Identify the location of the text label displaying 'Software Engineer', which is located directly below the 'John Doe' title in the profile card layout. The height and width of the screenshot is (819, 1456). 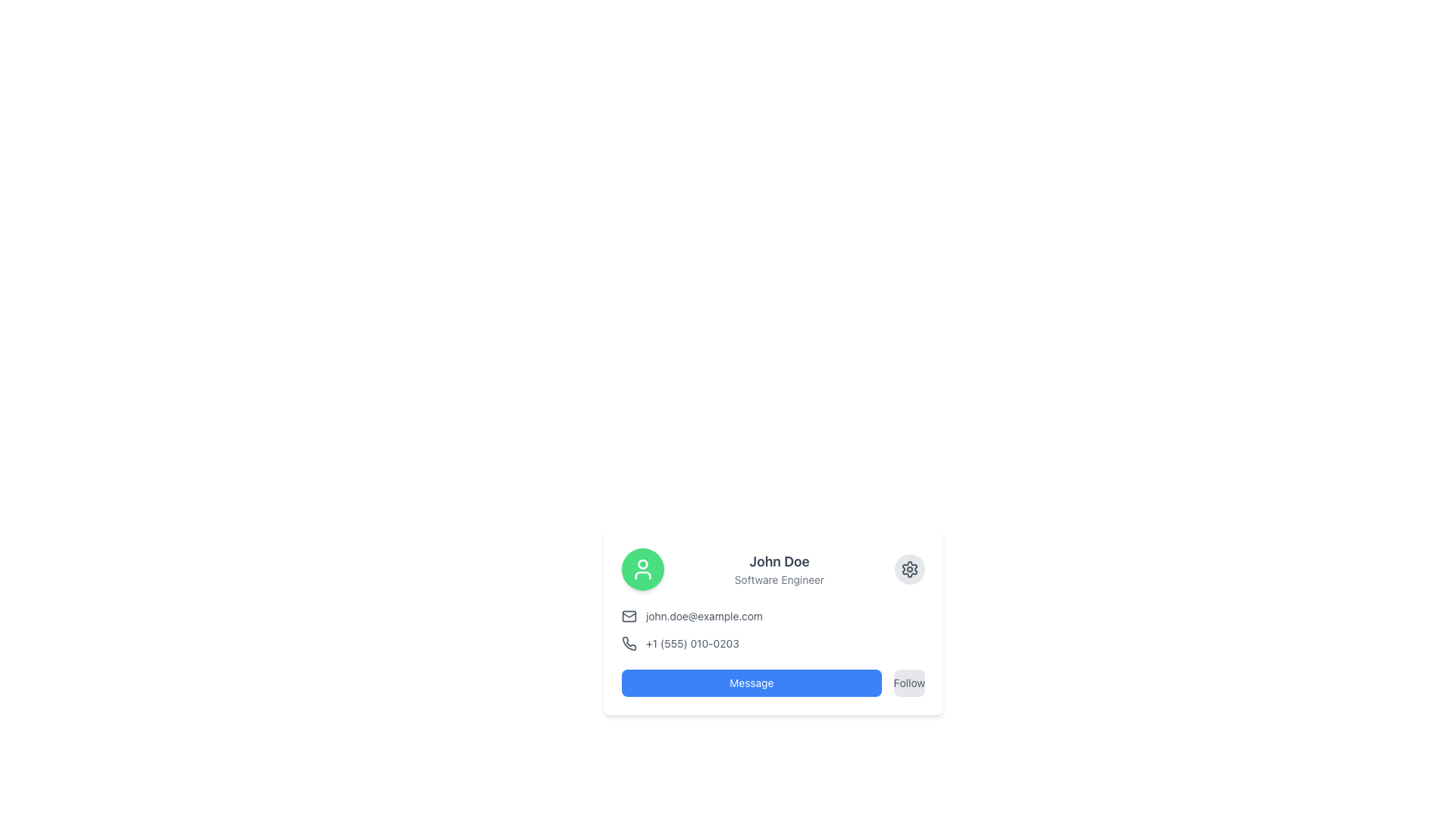
(779, 579).